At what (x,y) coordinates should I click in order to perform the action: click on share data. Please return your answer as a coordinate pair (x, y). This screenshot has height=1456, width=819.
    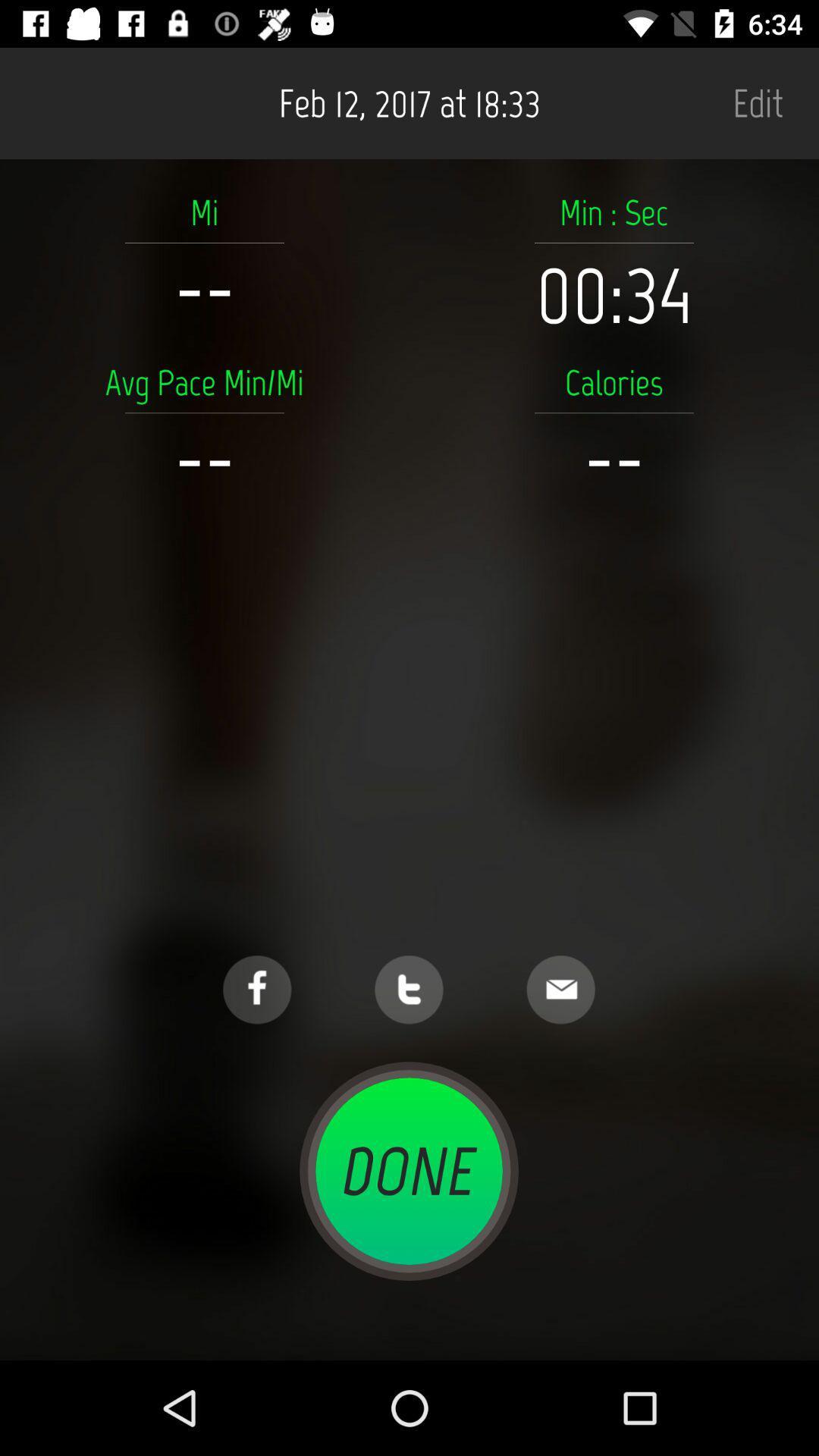
    Looking at the image, I should click on (560, 990).